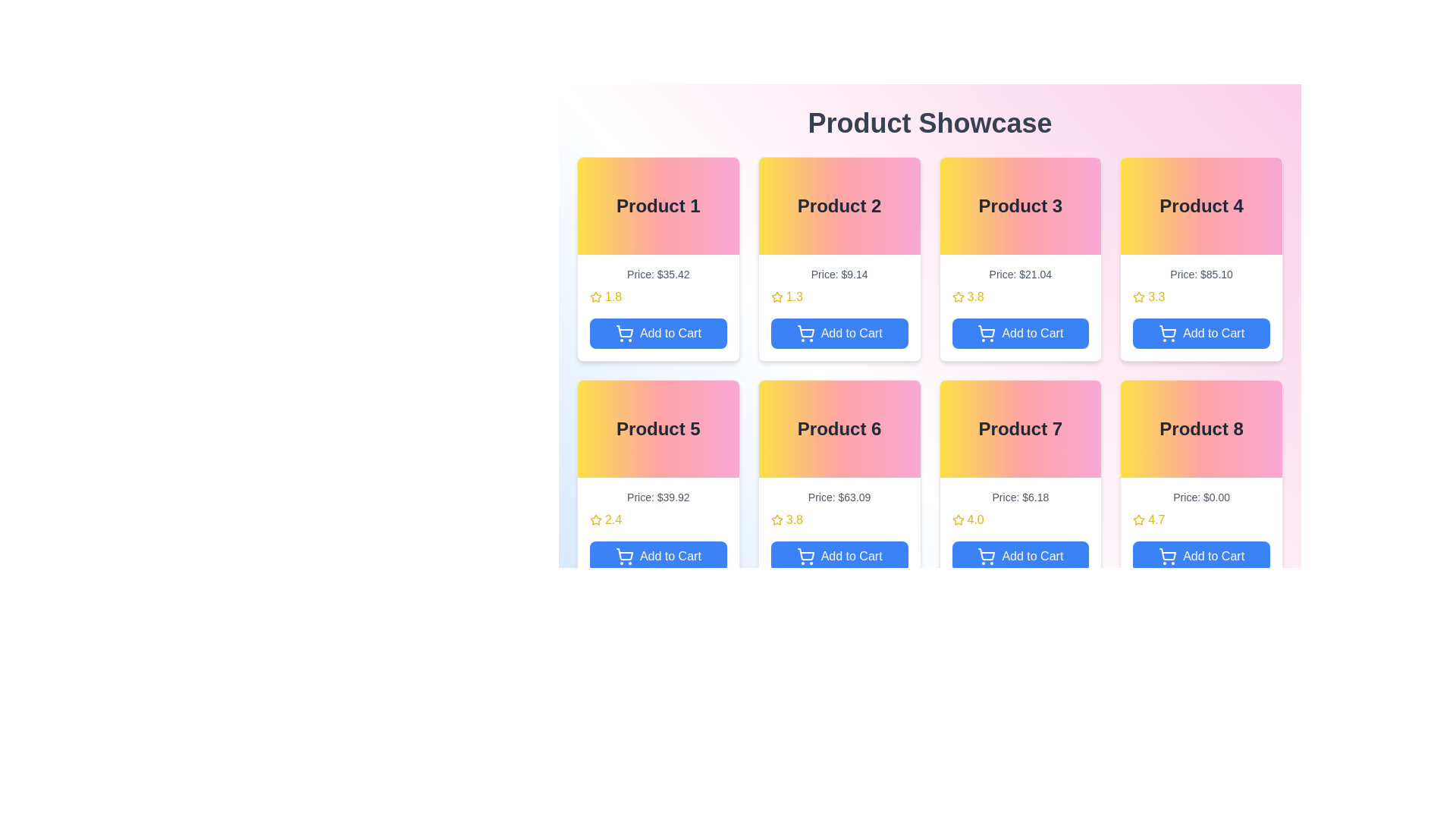  Describe the element at coordinates (1200, 275) in the screenshot. I see `the text label displaying 'Price: $85.10' located in the fourth product card, above the rating section` at that location.